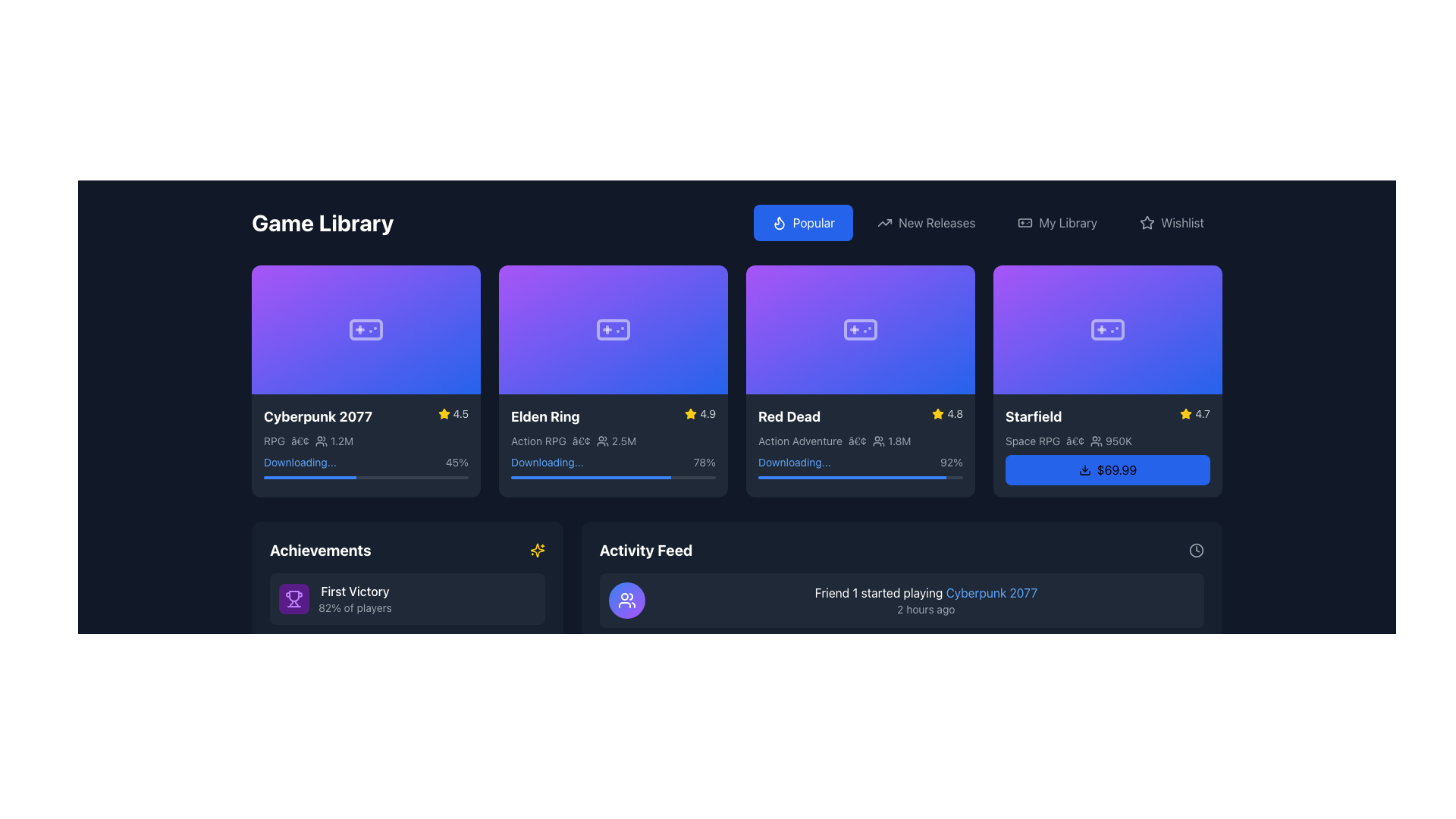  I want to click on the progress status of the download indicator for the 'Elden Ring' game, which is located in the lower-middle part of the game card, below the game title, so click(613, 465).